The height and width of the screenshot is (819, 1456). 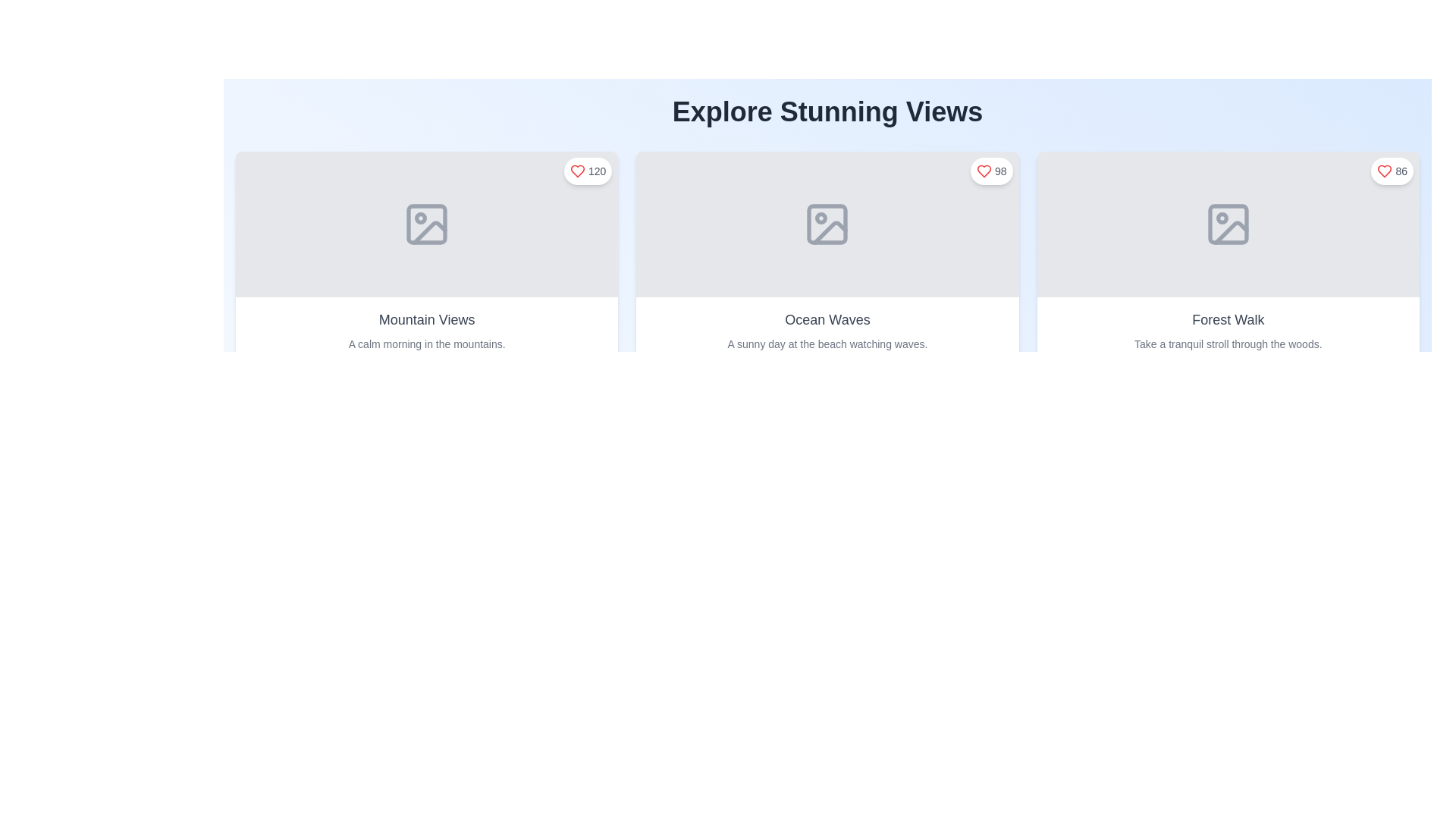 What do you see at coordinates (426, 256) in the screenshot?
I see `title 'Mountain Views' and the description 'A calm morning in the mountains.' from the Card component that features a placeholder image icon and a red heart icon with likes` at bounding box center [426, 256].